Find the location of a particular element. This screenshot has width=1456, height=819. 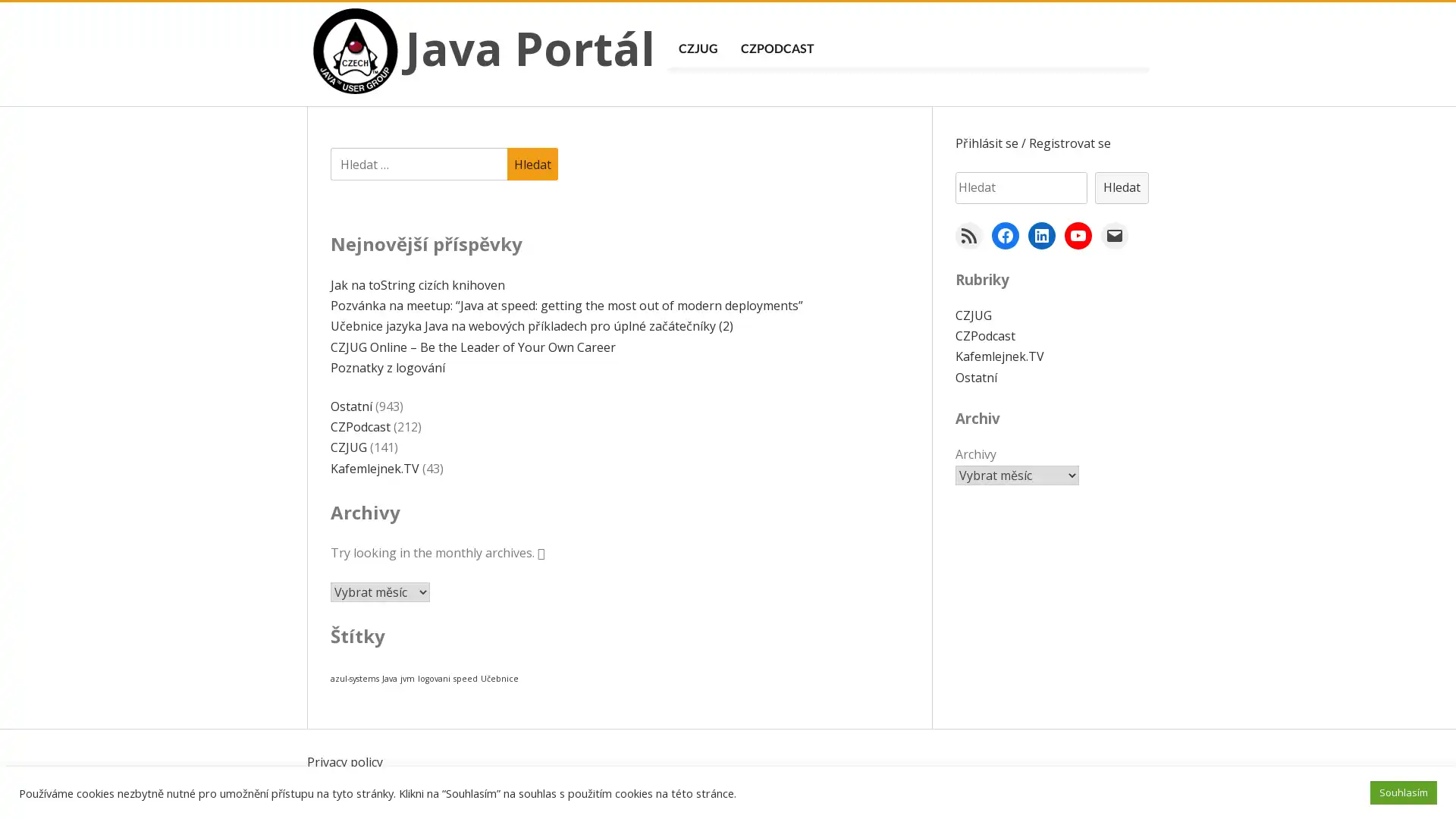

Hledat is located at coordinates (532, 164).